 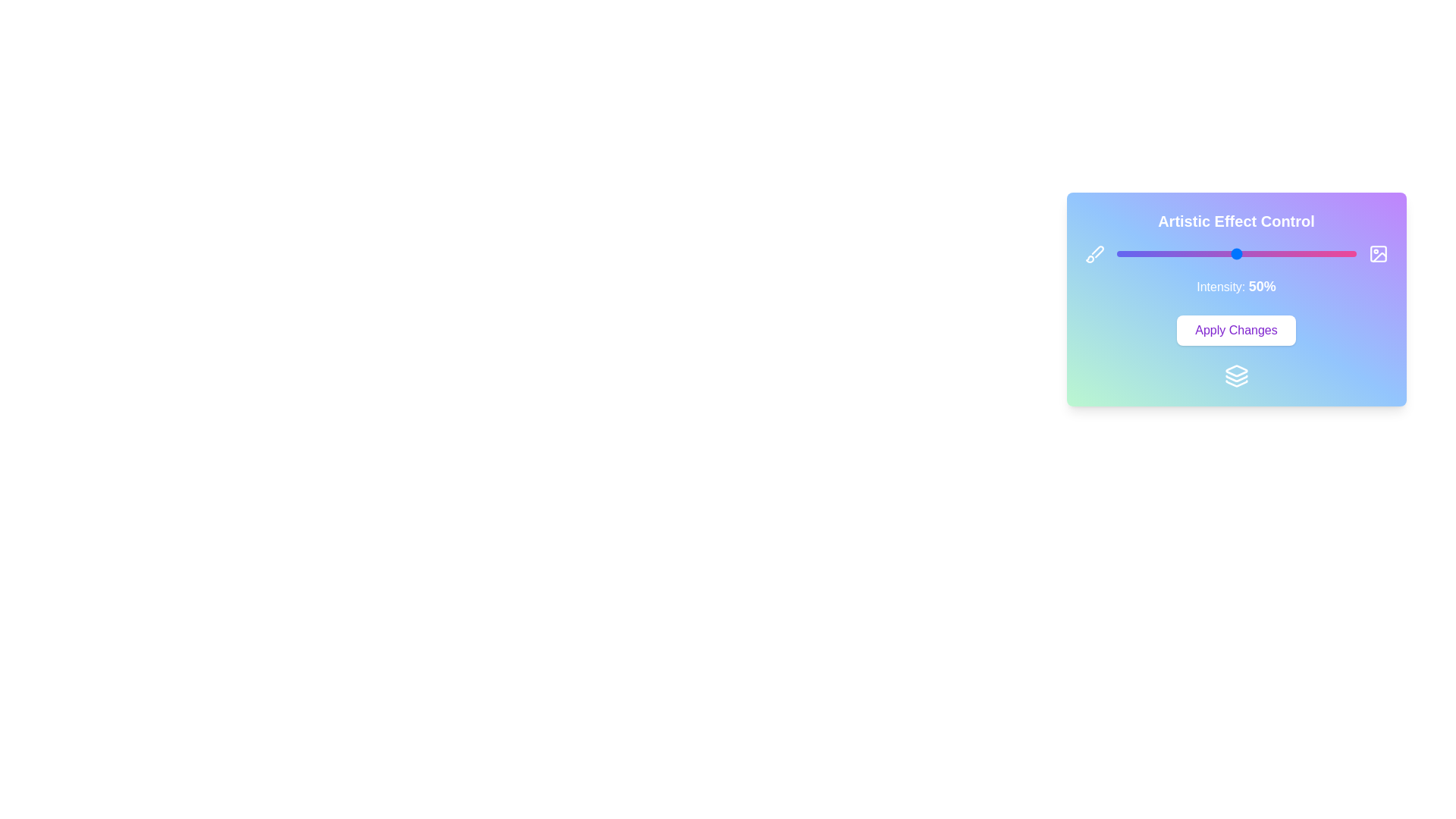 What do you see at coordinates (1094, 253) in the screenshot?
I see `the Brush icon to interact with it` at bounding box center [1094, 253].